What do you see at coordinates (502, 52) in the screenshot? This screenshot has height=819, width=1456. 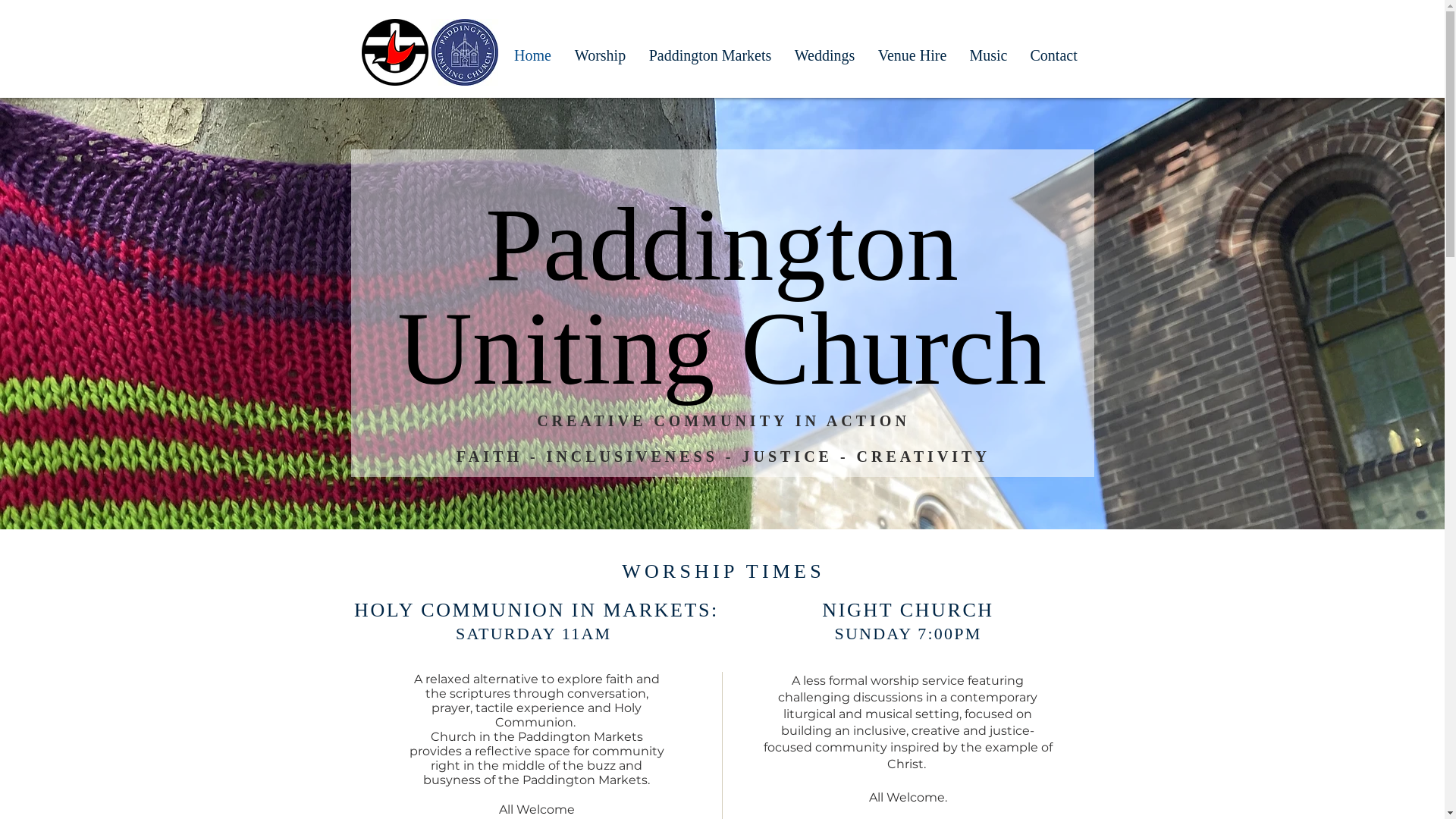 I see `'Home'` at bounding box center [502, 52].